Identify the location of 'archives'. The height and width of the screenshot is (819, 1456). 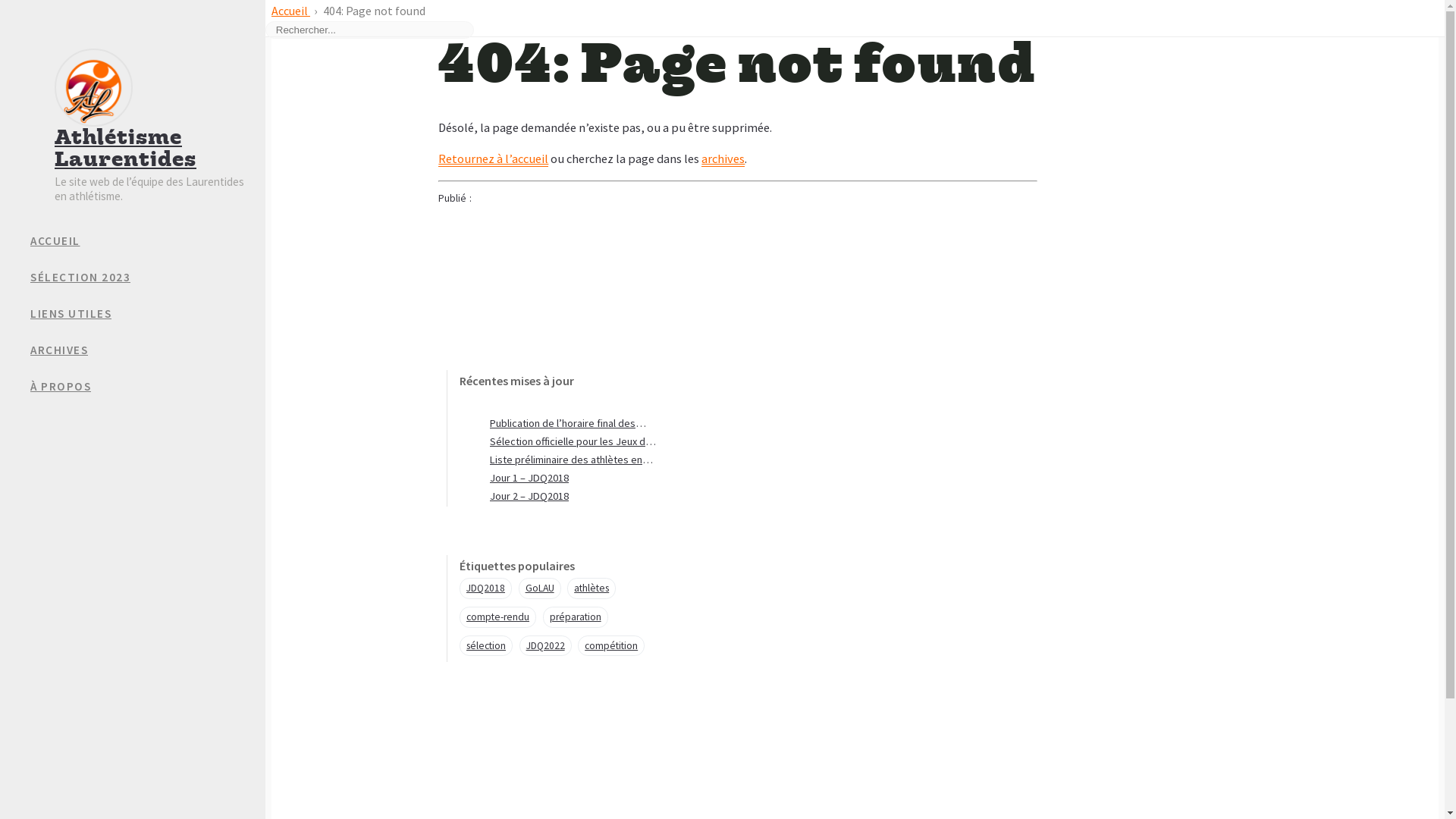
(722, 158).